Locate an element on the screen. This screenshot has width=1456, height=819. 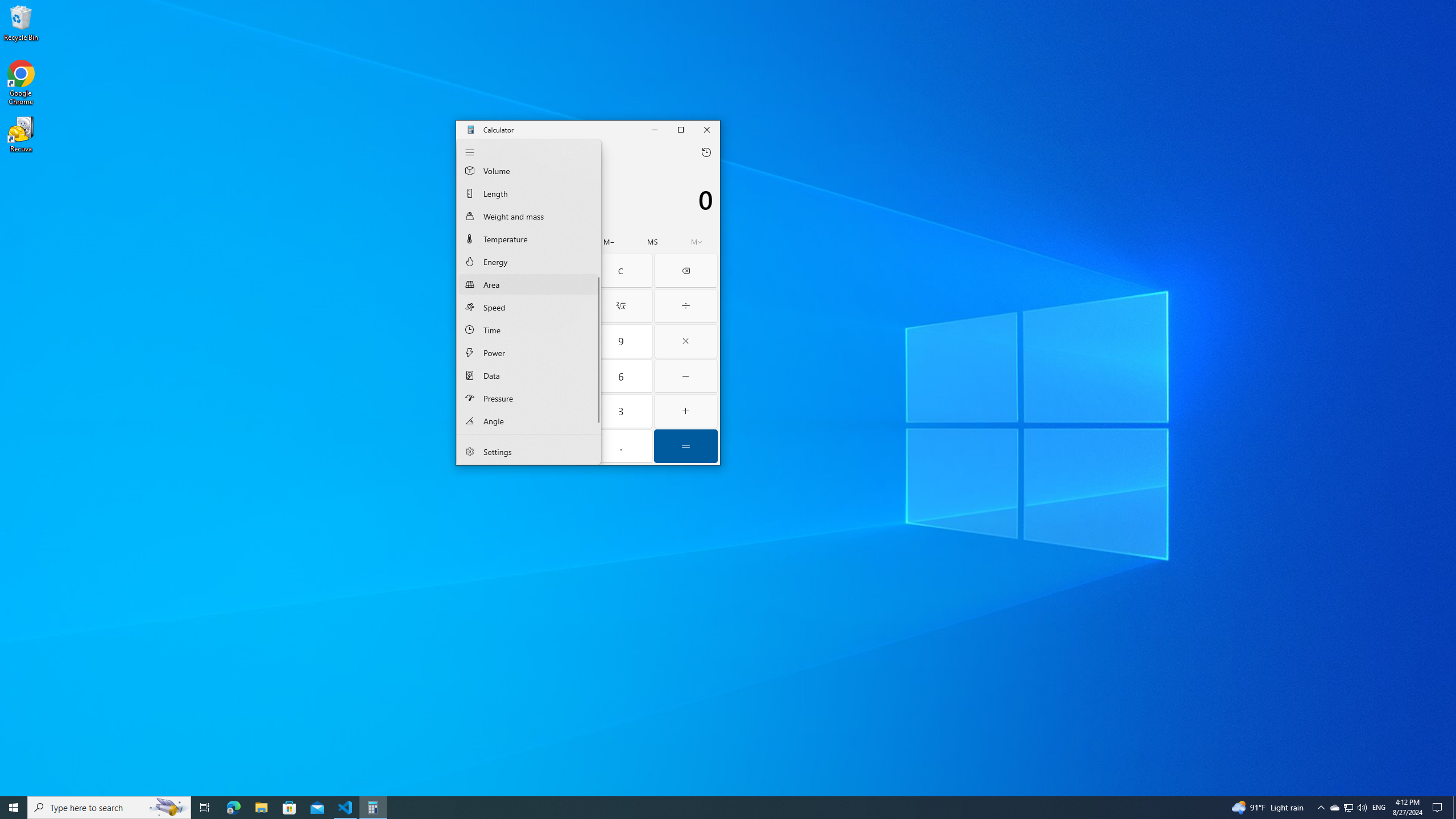
'Open memory flyout' is located at coordinates (696, 242).